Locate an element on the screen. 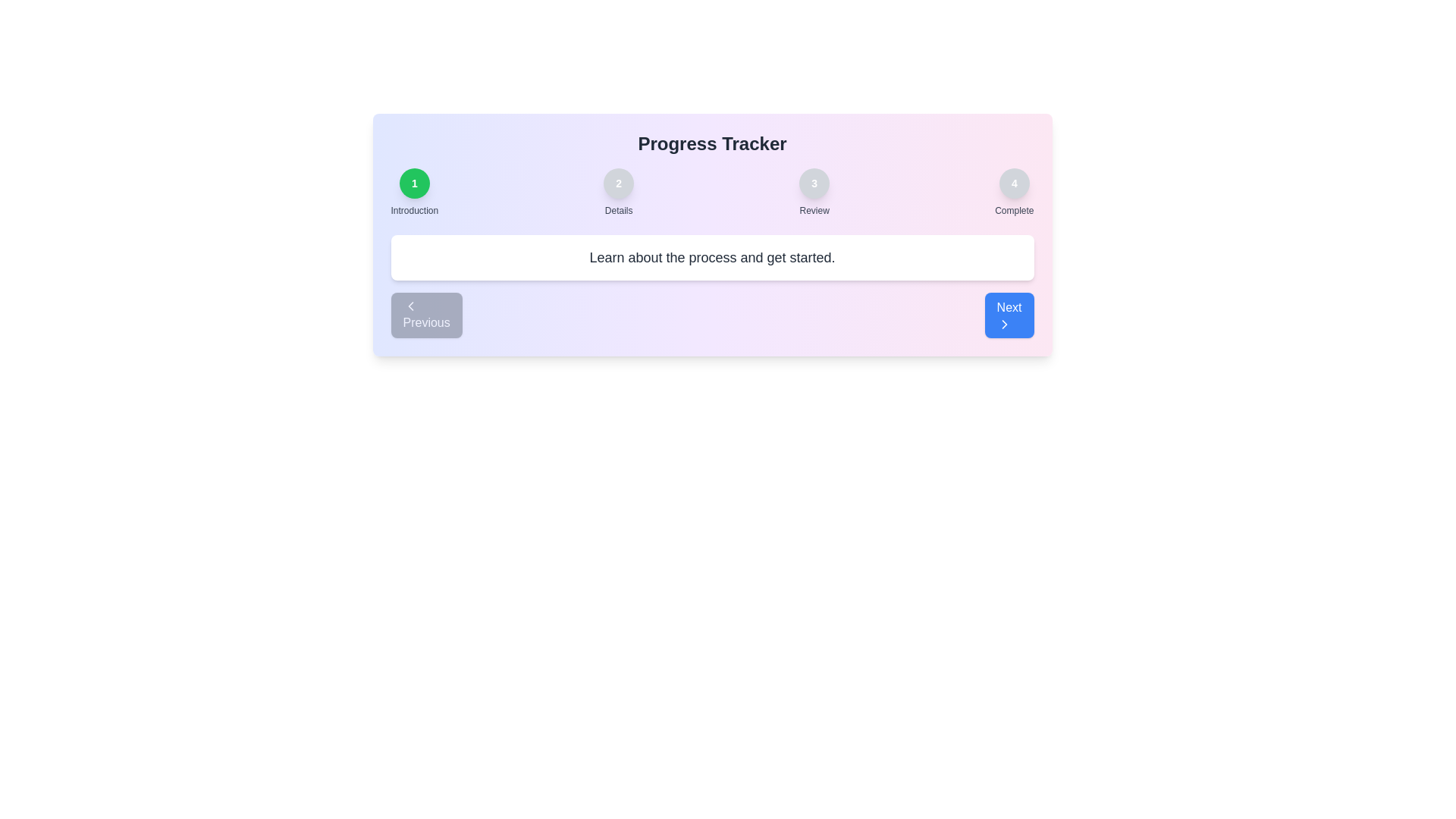  the step detail text area to read and interact with the displayed information is located at coordinates (711, 256).